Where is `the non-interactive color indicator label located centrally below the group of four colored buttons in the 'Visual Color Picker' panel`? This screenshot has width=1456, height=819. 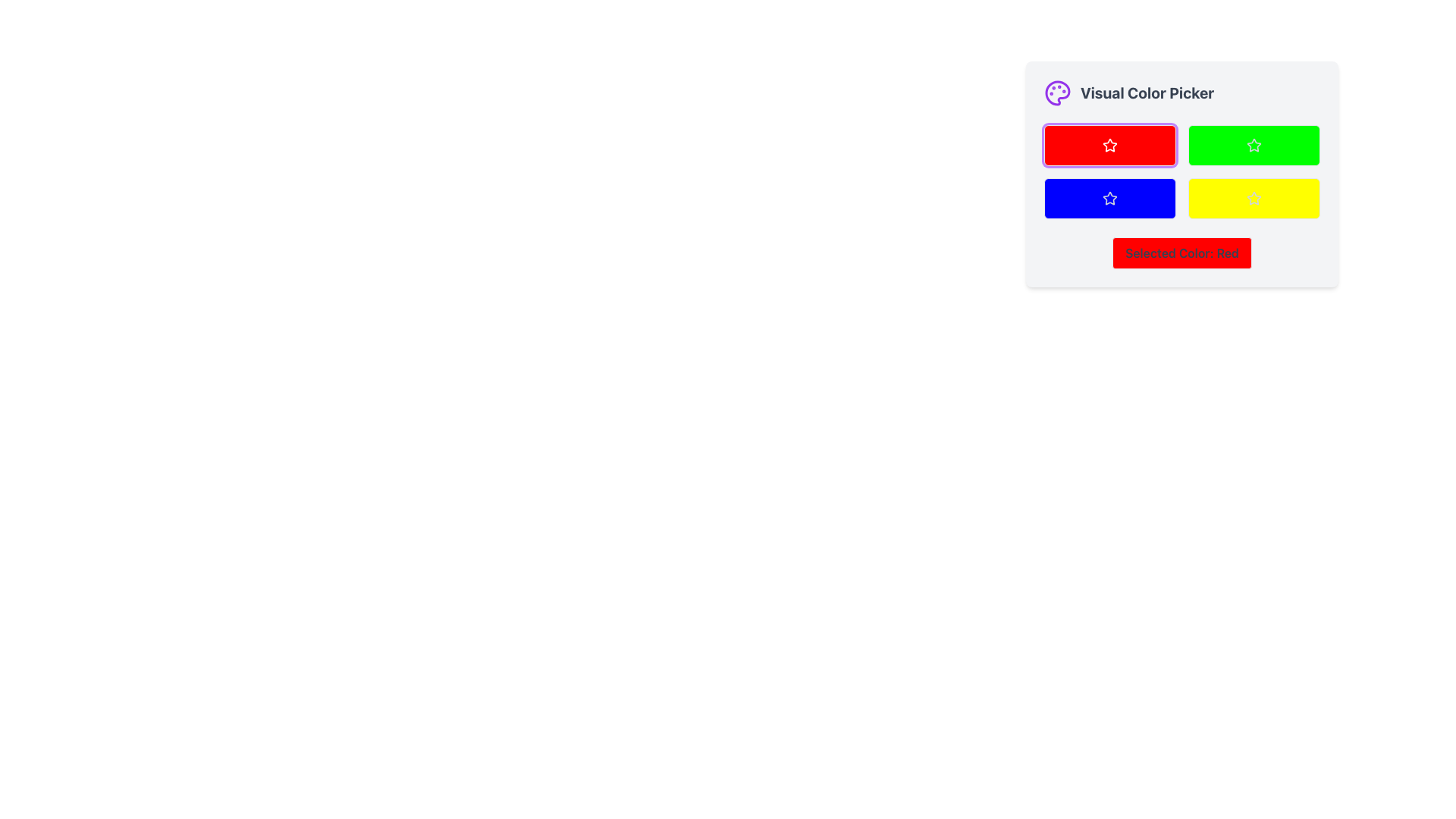
the non-interactive color indicator label located centrally below the group of four colored buttons in the 'Visual Color Picker' panel is located at coordinates (1181, 253).